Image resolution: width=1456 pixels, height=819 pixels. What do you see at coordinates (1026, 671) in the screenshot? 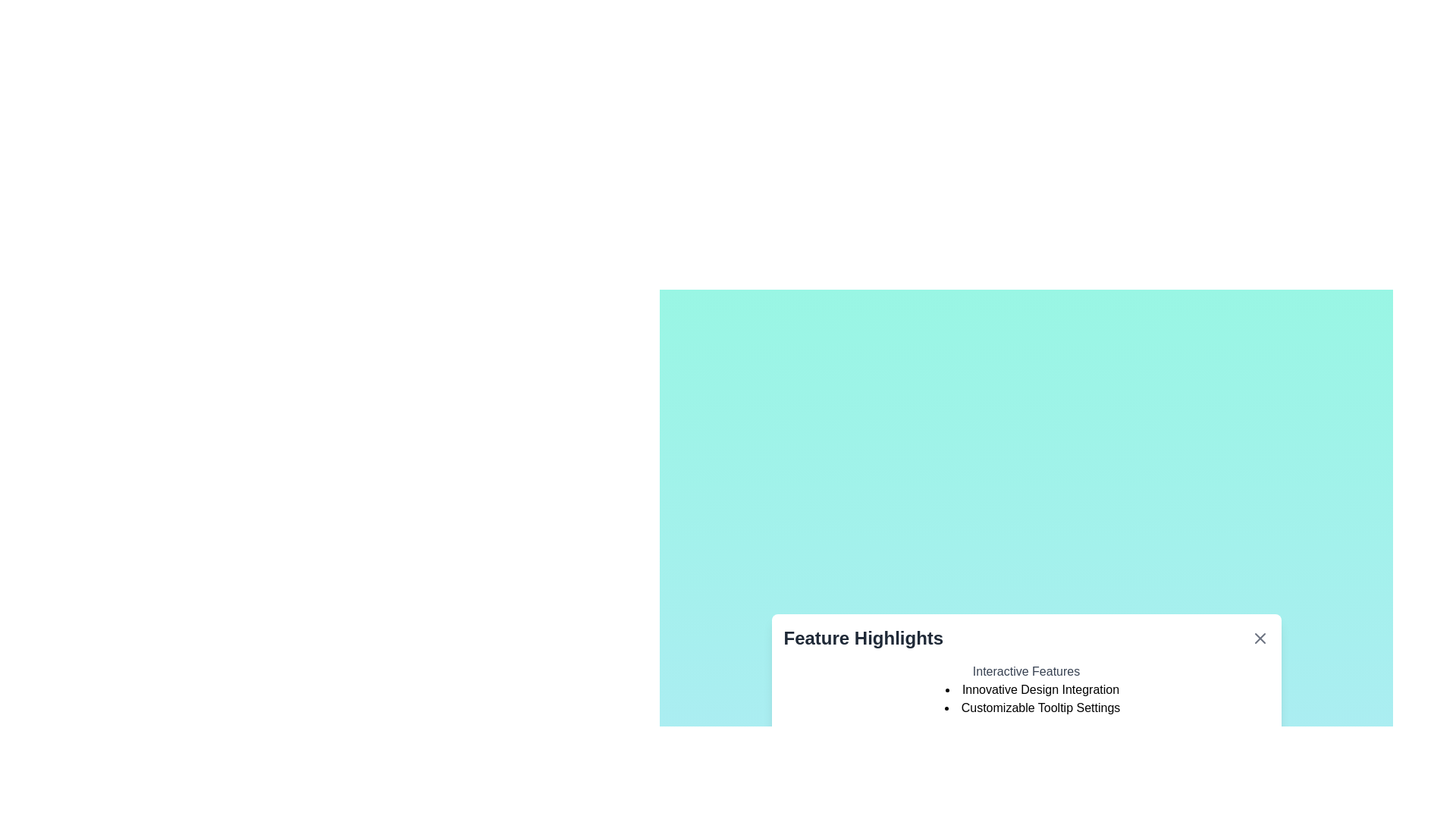
I see `the introductory text label that summarizes the features listed below in the modal interface` at bounding box center [1026, 671].